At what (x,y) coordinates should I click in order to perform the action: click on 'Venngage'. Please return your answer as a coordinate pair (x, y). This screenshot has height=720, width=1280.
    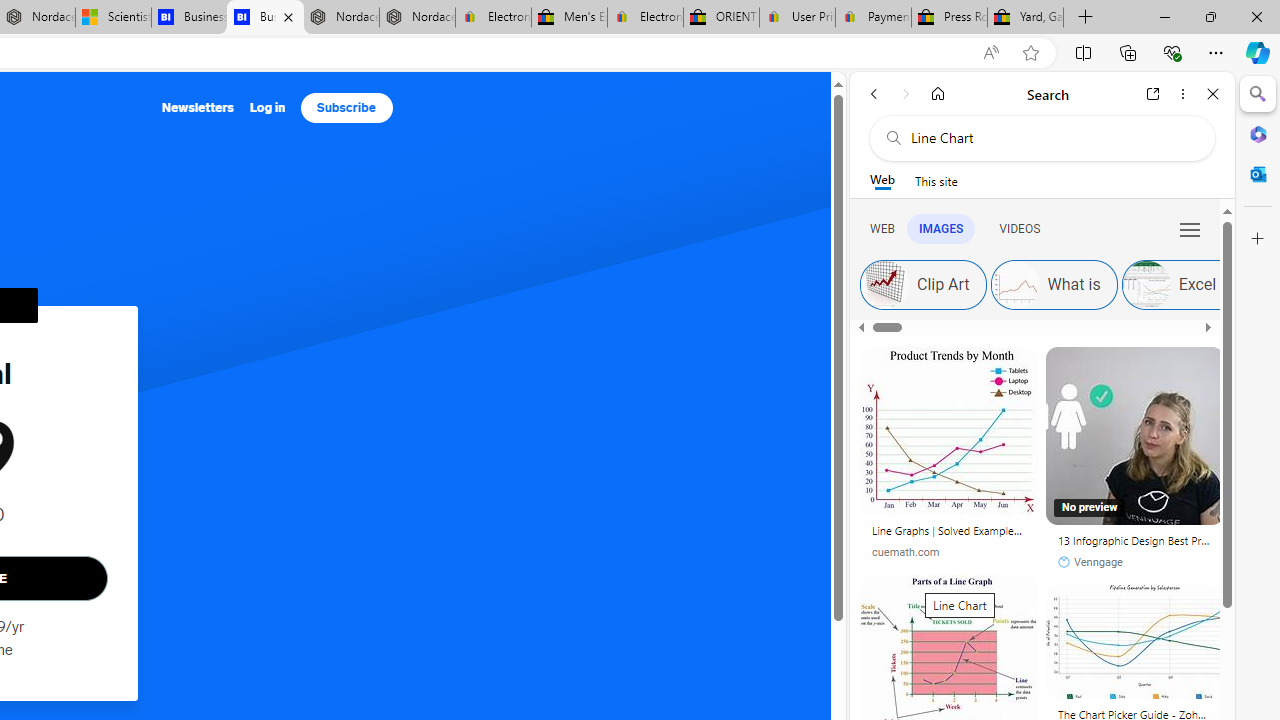
    Looking at the image, I should click on (1089, 562).